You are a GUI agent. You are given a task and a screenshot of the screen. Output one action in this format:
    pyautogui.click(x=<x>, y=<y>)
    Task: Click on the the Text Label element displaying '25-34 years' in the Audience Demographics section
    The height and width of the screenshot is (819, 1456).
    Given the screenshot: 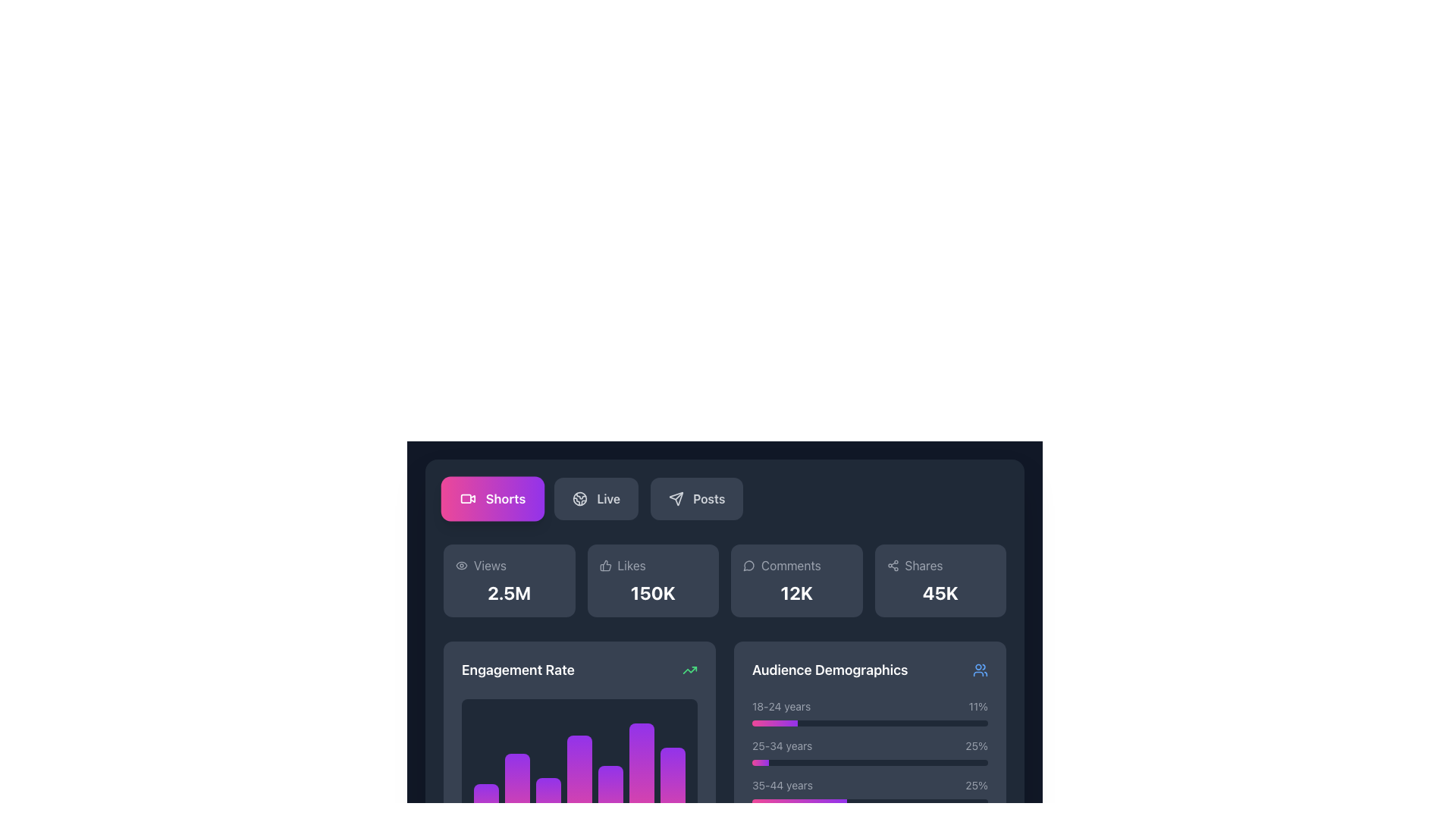 What is the action you would take?
    pyautogui.click(x=782, y=745)
    